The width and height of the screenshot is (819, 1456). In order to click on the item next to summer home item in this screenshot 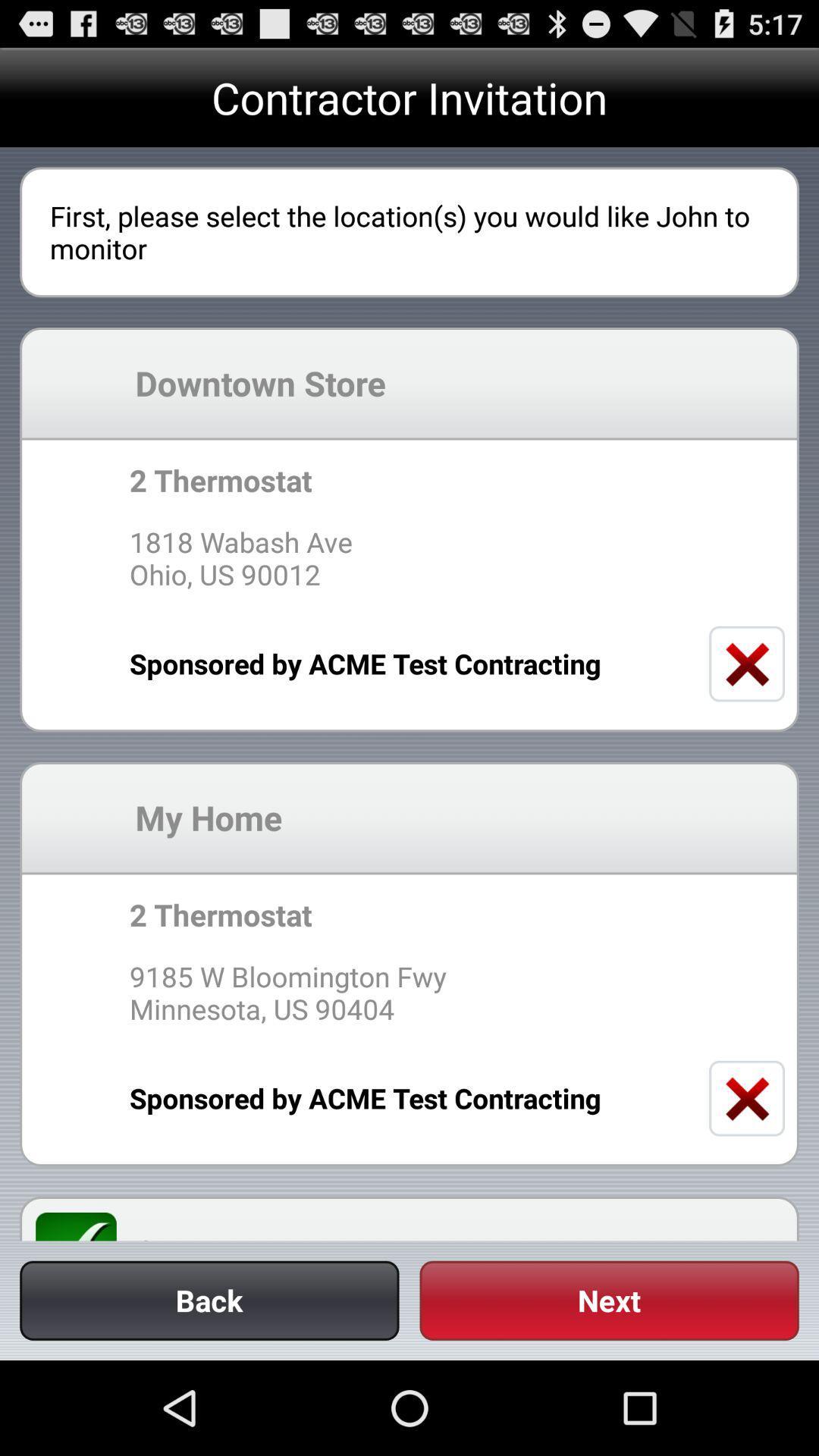, I will do `click(85, 1226)`.